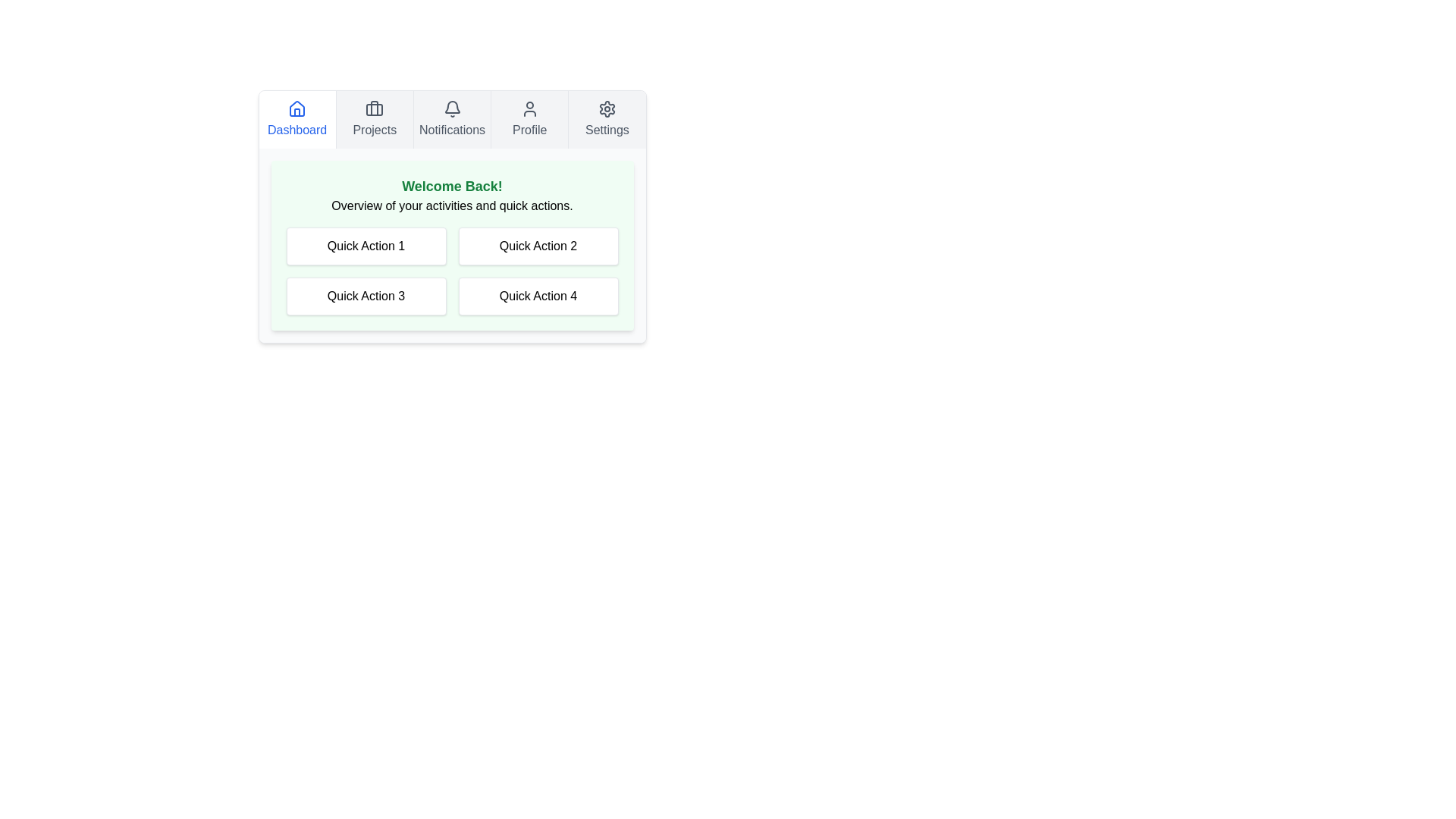 The width and height of the screenshot is (1456, 819). I want to click on the 'Profile' vector graphic icon located at the top of the interface, which signifies the user account management section, so click(529, 108).